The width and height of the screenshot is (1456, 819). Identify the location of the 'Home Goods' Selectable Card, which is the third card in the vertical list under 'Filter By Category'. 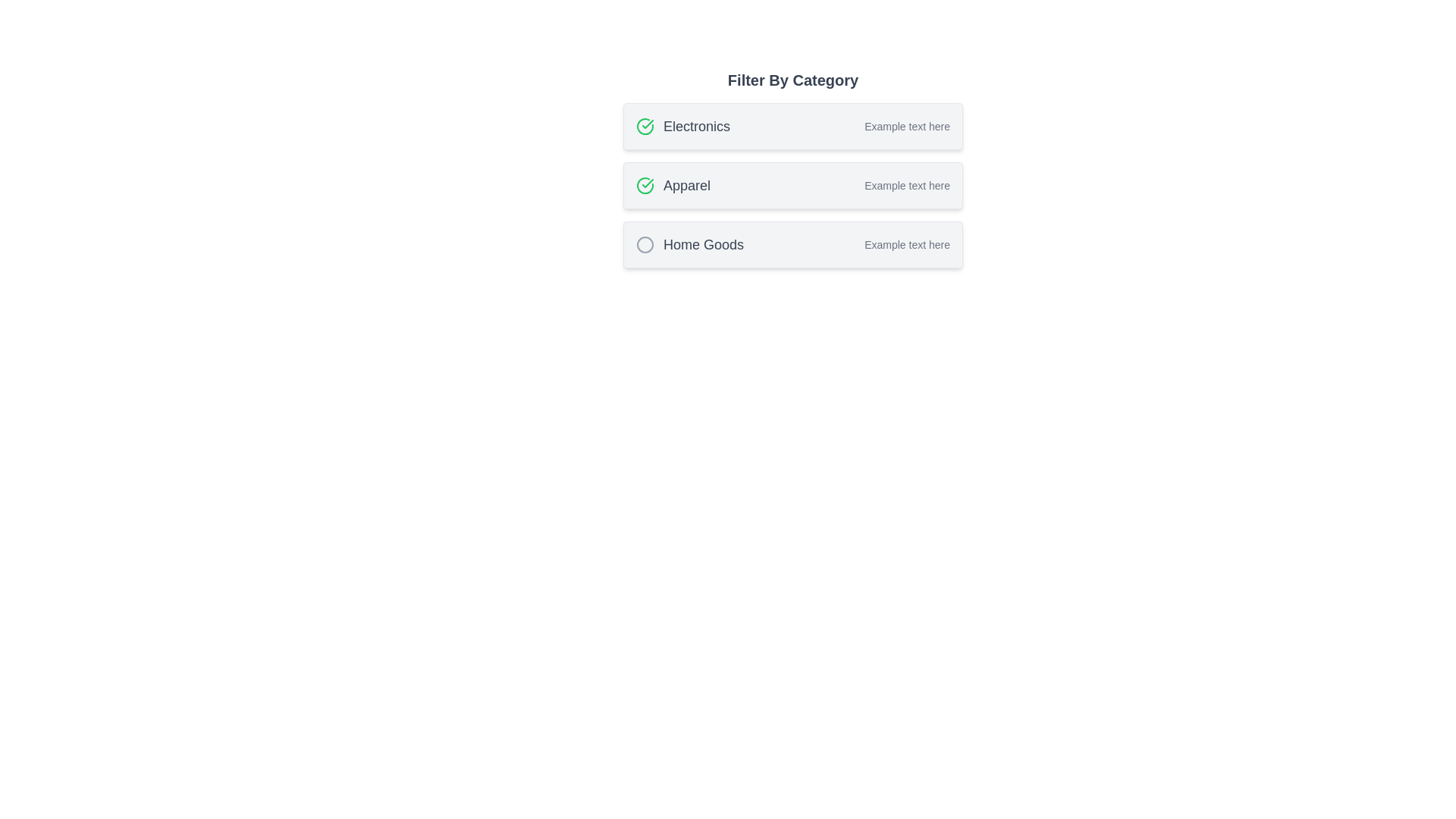
(792, 244).